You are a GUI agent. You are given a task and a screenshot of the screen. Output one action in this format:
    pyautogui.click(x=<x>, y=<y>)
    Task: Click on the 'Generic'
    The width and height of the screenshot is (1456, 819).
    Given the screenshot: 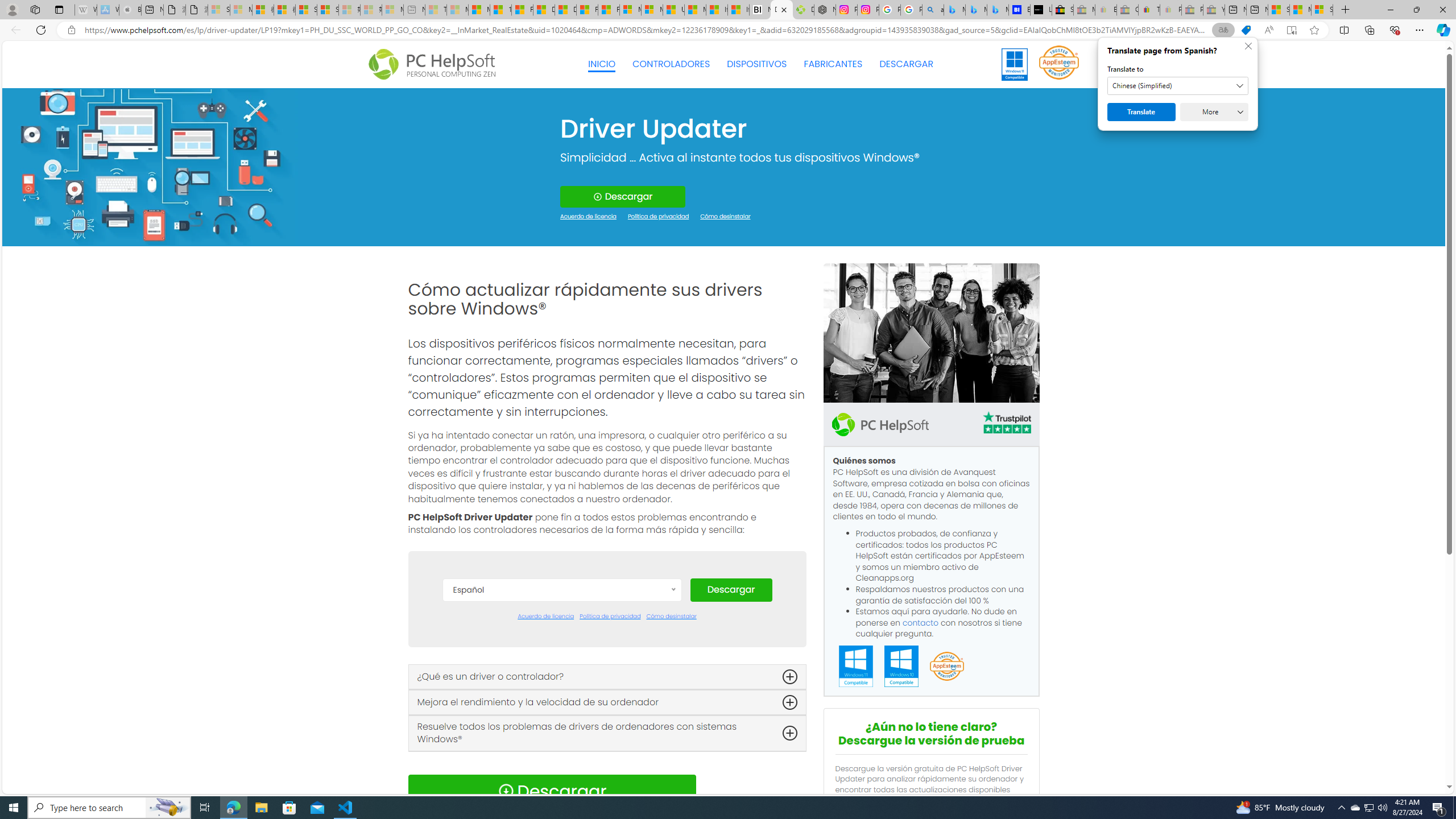 What is the action you would take?
    pyautogui.click(x=150, y=166)
    